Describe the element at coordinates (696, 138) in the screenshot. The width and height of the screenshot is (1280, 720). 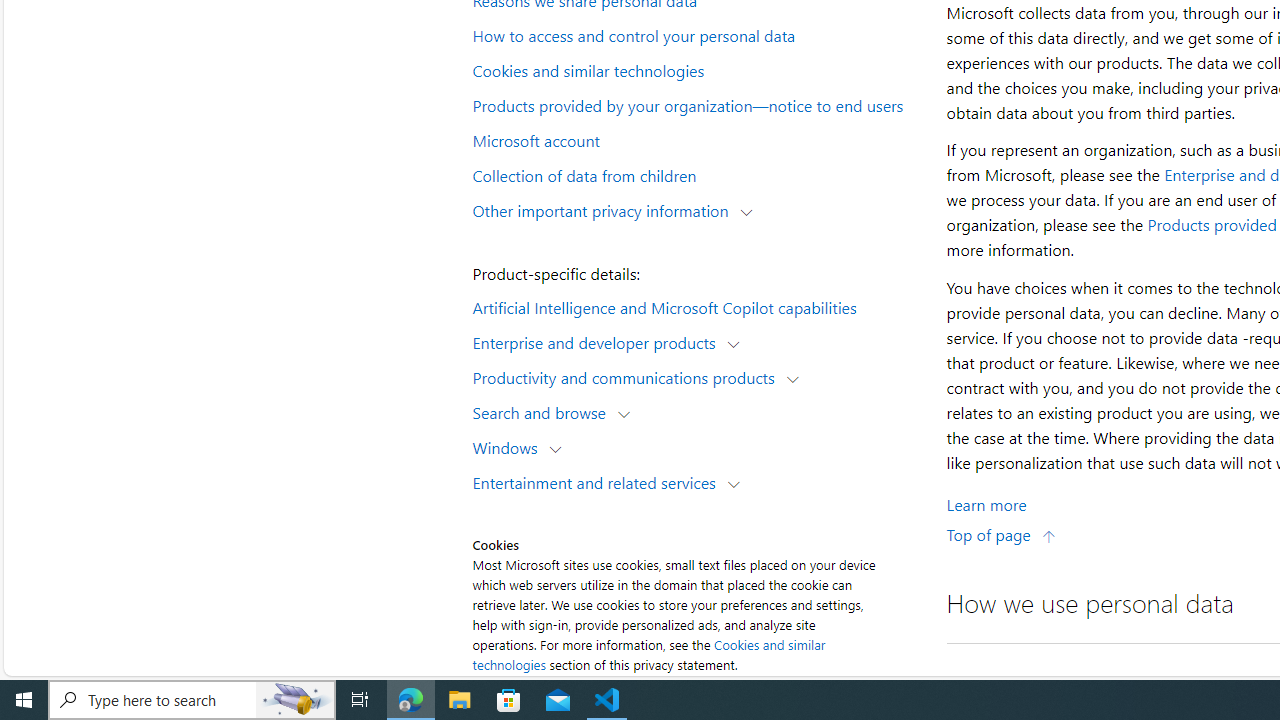
I see `'Microsoft account'` at that location.